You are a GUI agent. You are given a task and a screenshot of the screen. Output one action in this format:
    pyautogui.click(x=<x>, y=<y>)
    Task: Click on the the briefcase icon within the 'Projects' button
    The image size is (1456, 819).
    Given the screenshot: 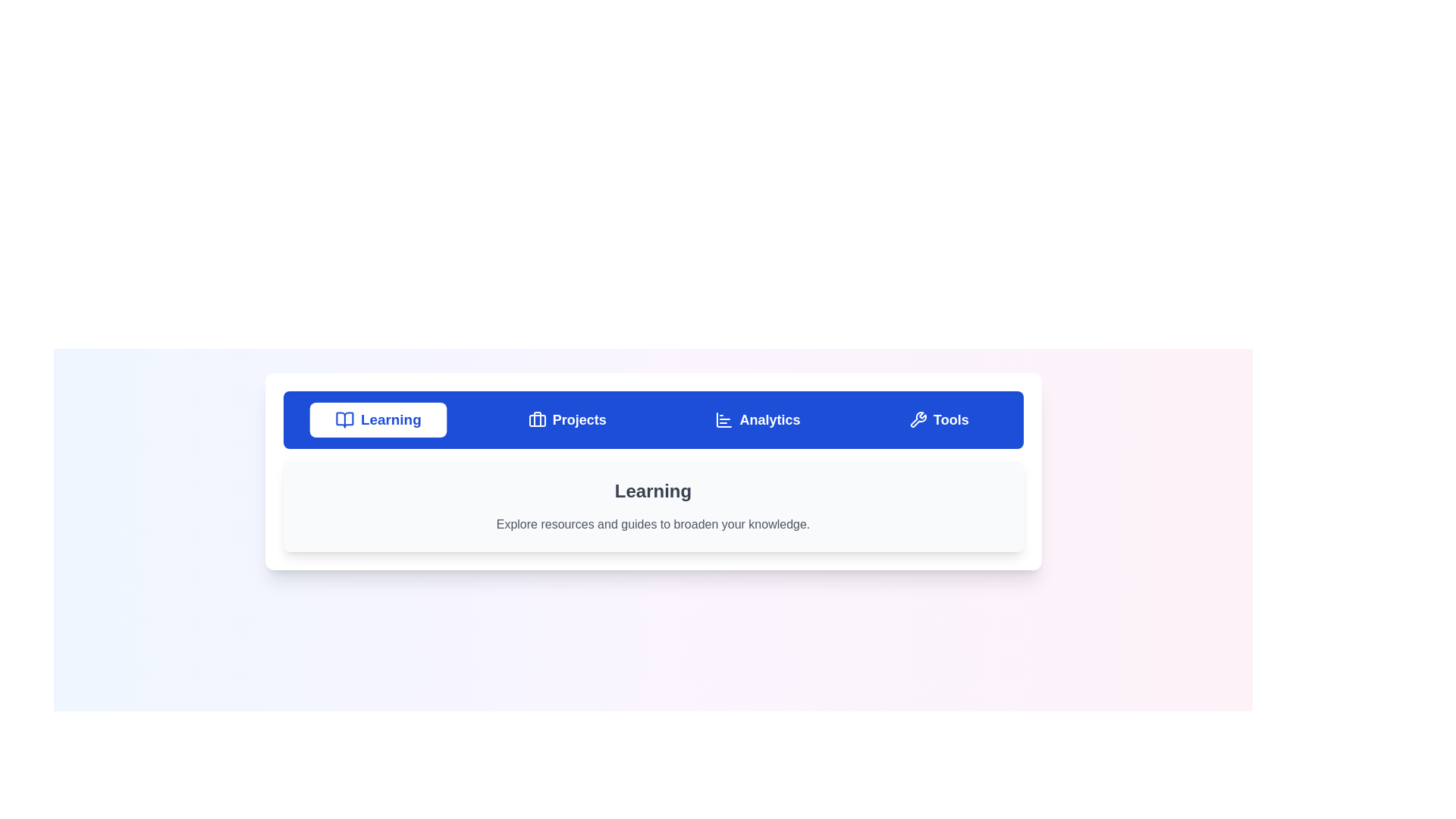 What is the action you would take?
    pyautogui.click(x=537, y=420)
    